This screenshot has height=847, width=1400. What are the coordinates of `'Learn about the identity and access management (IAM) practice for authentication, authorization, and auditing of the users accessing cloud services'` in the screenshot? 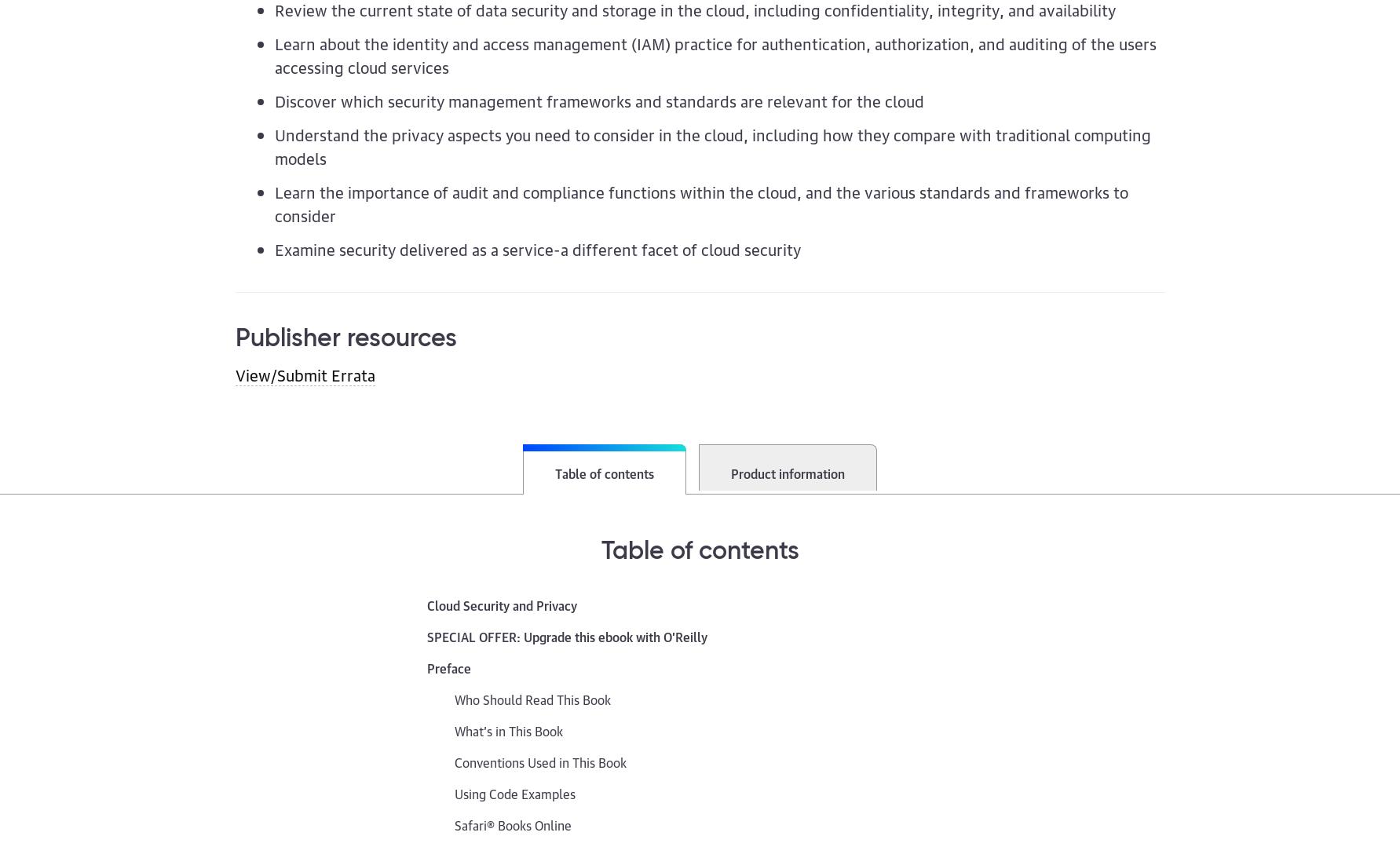 It's located at (714, 53).